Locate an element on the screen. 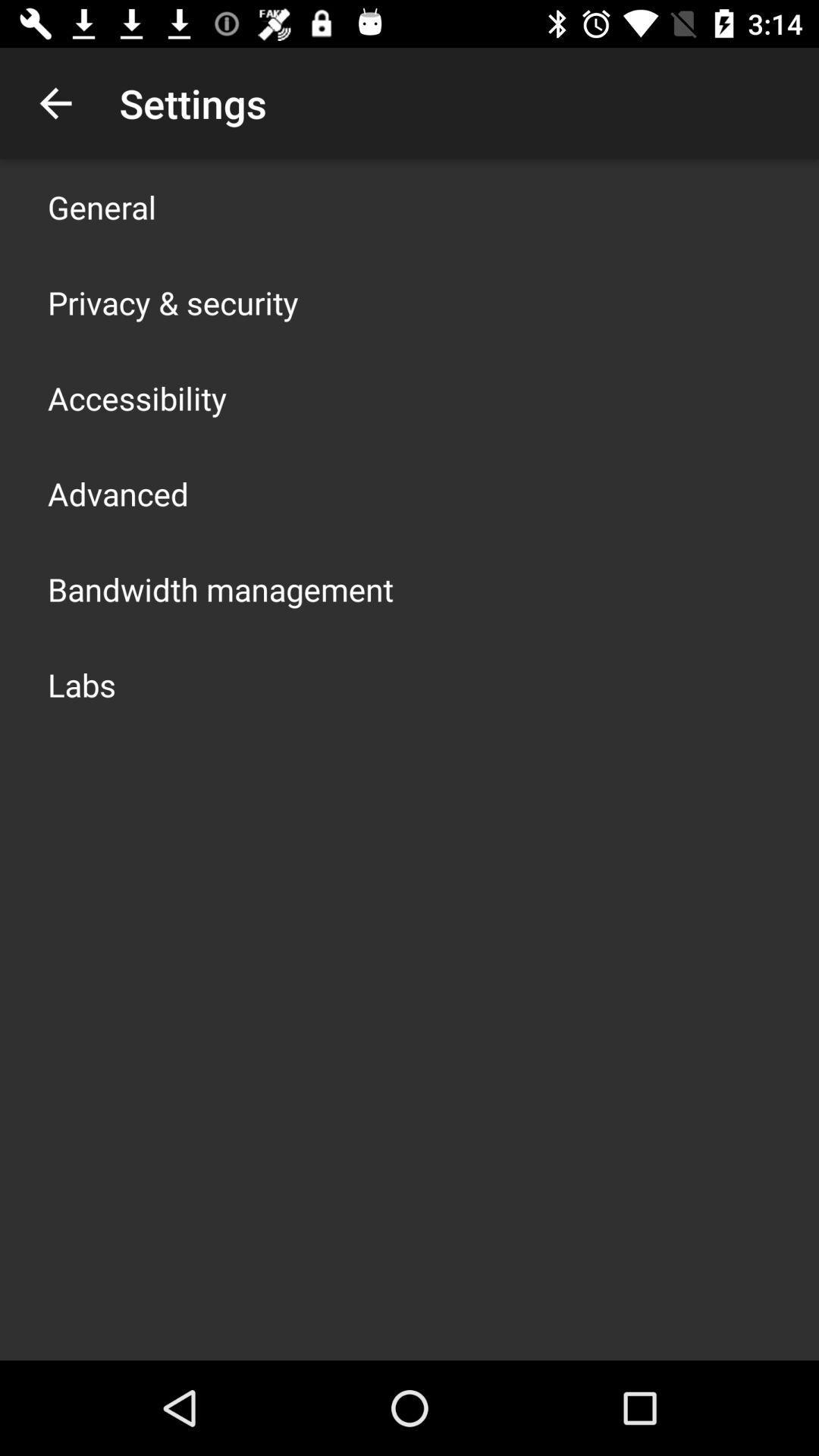 The height and width of the screenshot is (1456, 819). icon above the bandwidth management icon is located at coordinates (117, 494).